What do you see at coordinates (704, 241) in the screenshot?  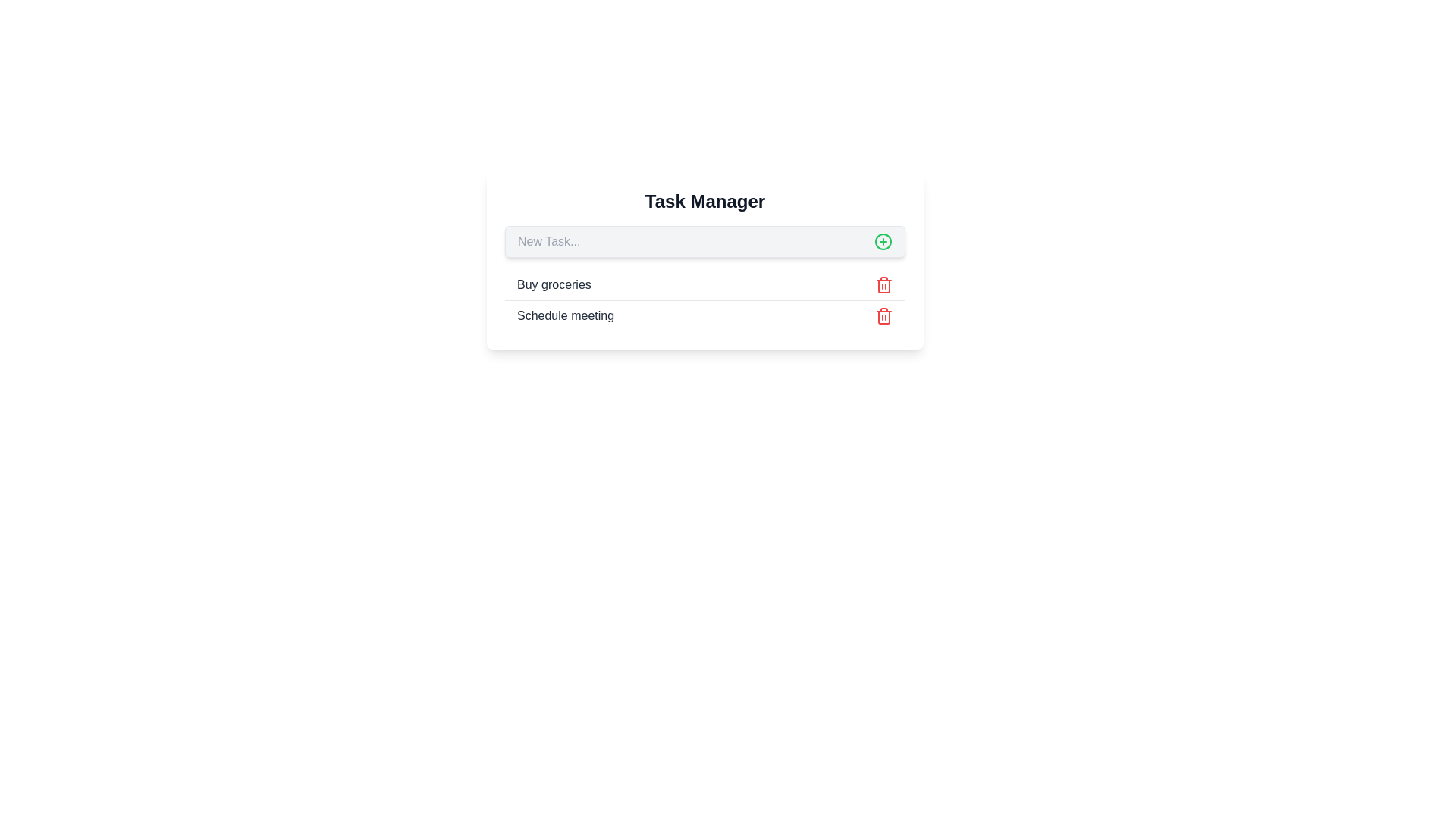 I see `the green plus button located in the task entry field of the Task Manager card` at bounding box center [704, 241].